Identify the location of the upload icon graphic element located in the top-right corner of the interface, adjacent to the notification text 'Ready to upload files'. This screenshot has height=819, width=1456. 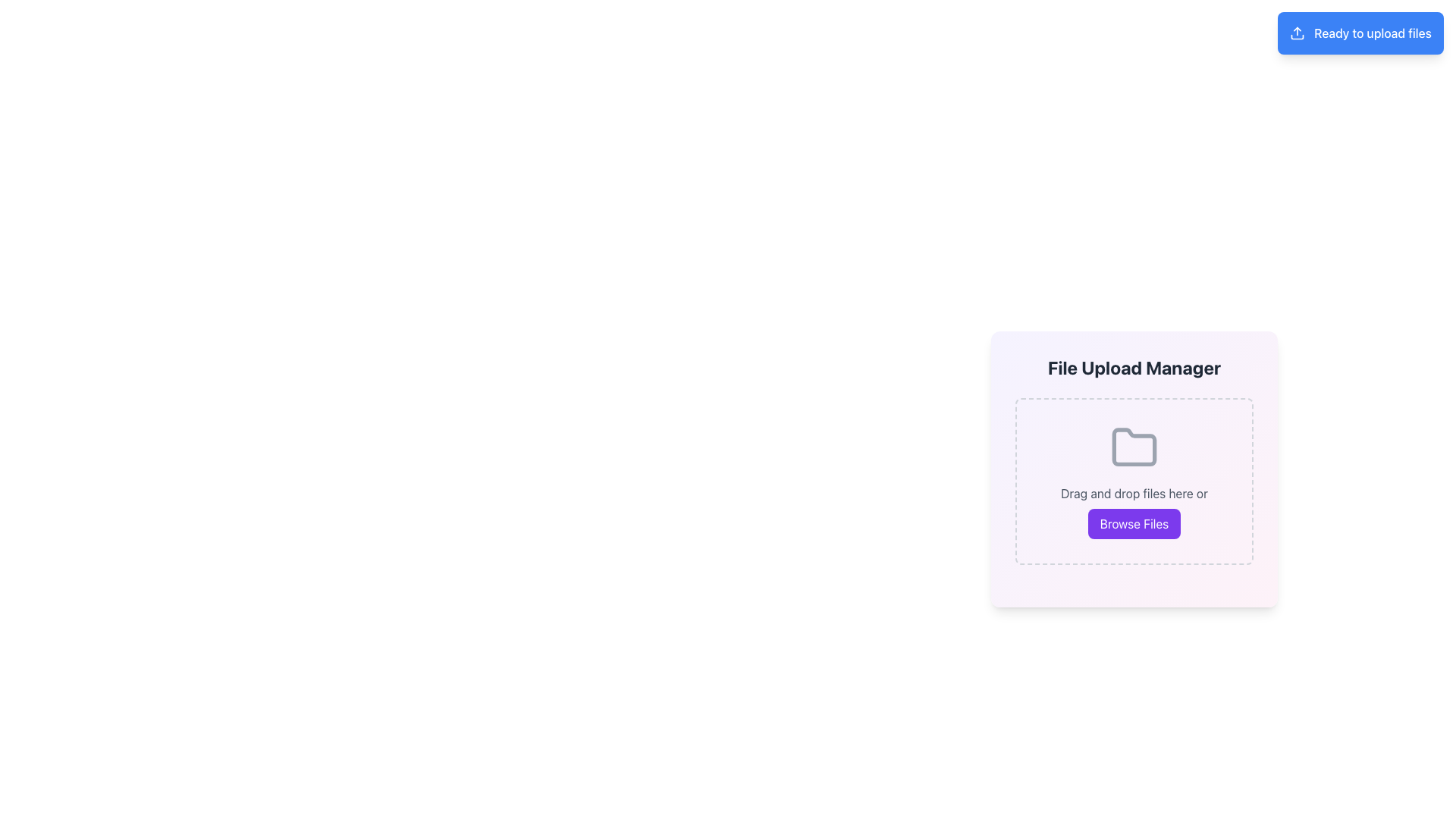
(1297, 33).